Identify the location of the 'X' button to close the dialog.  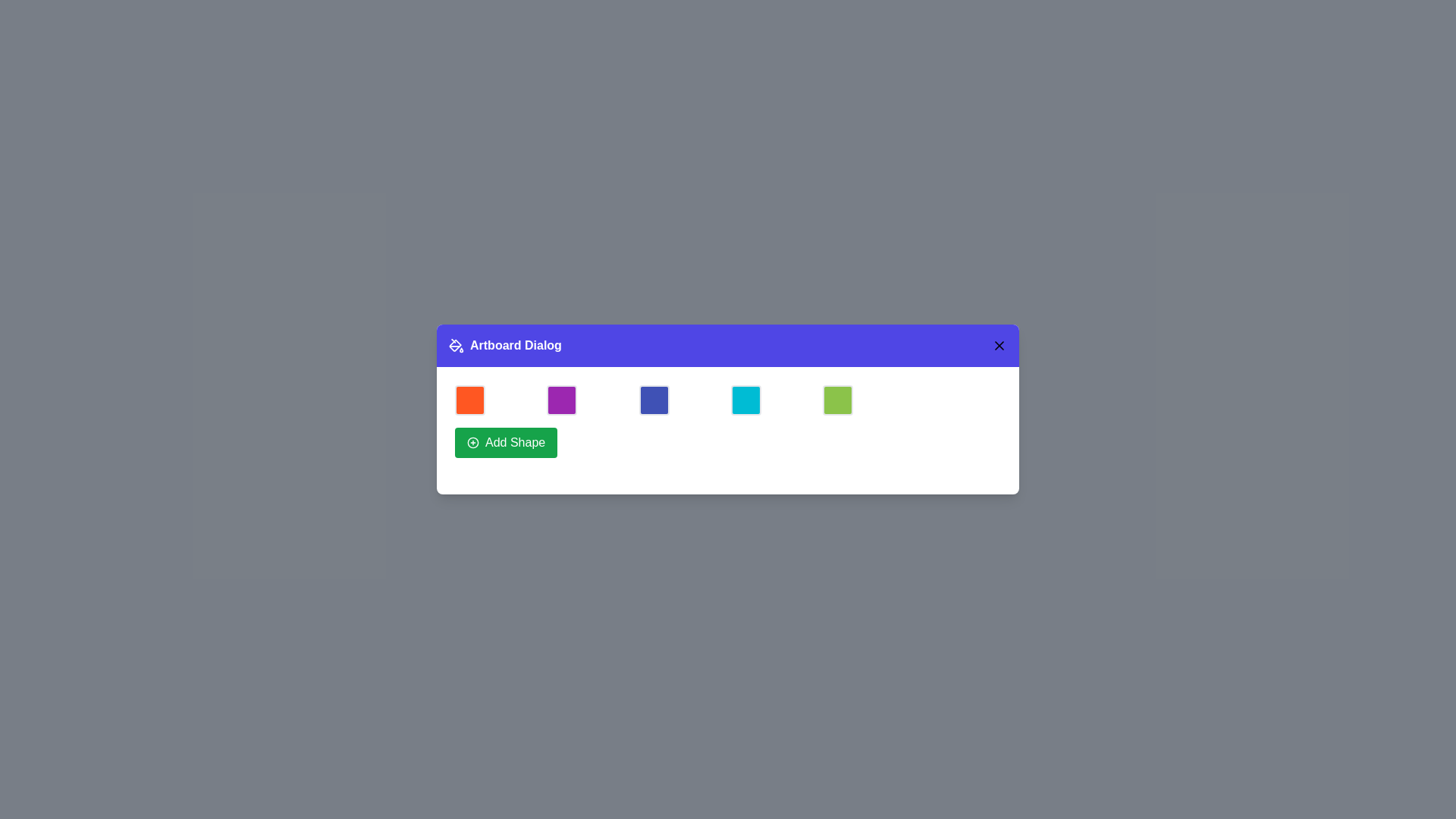
(999, 345).